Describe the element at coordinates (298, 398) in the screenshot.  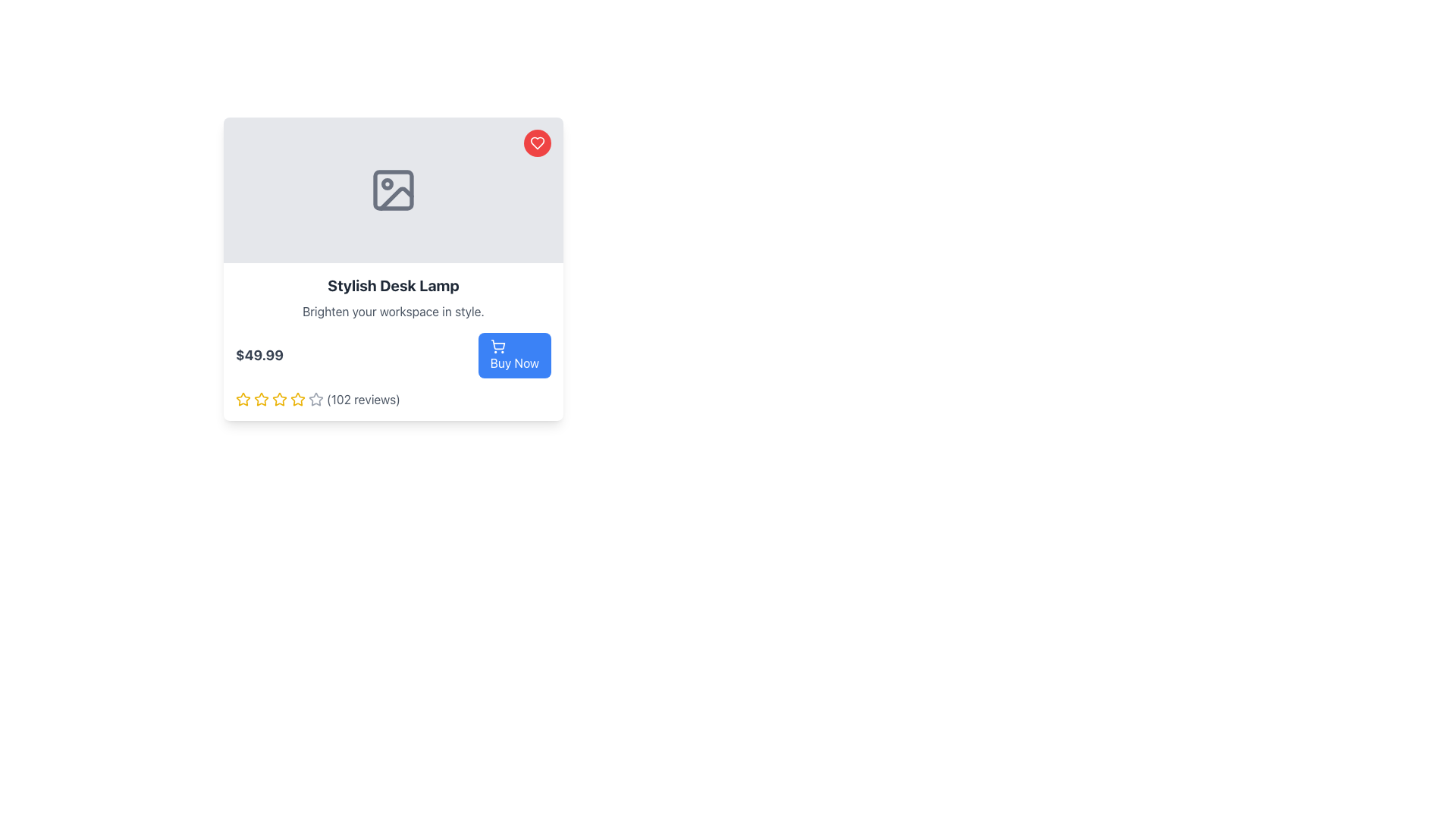
I see `the third star rating icon` at that location.